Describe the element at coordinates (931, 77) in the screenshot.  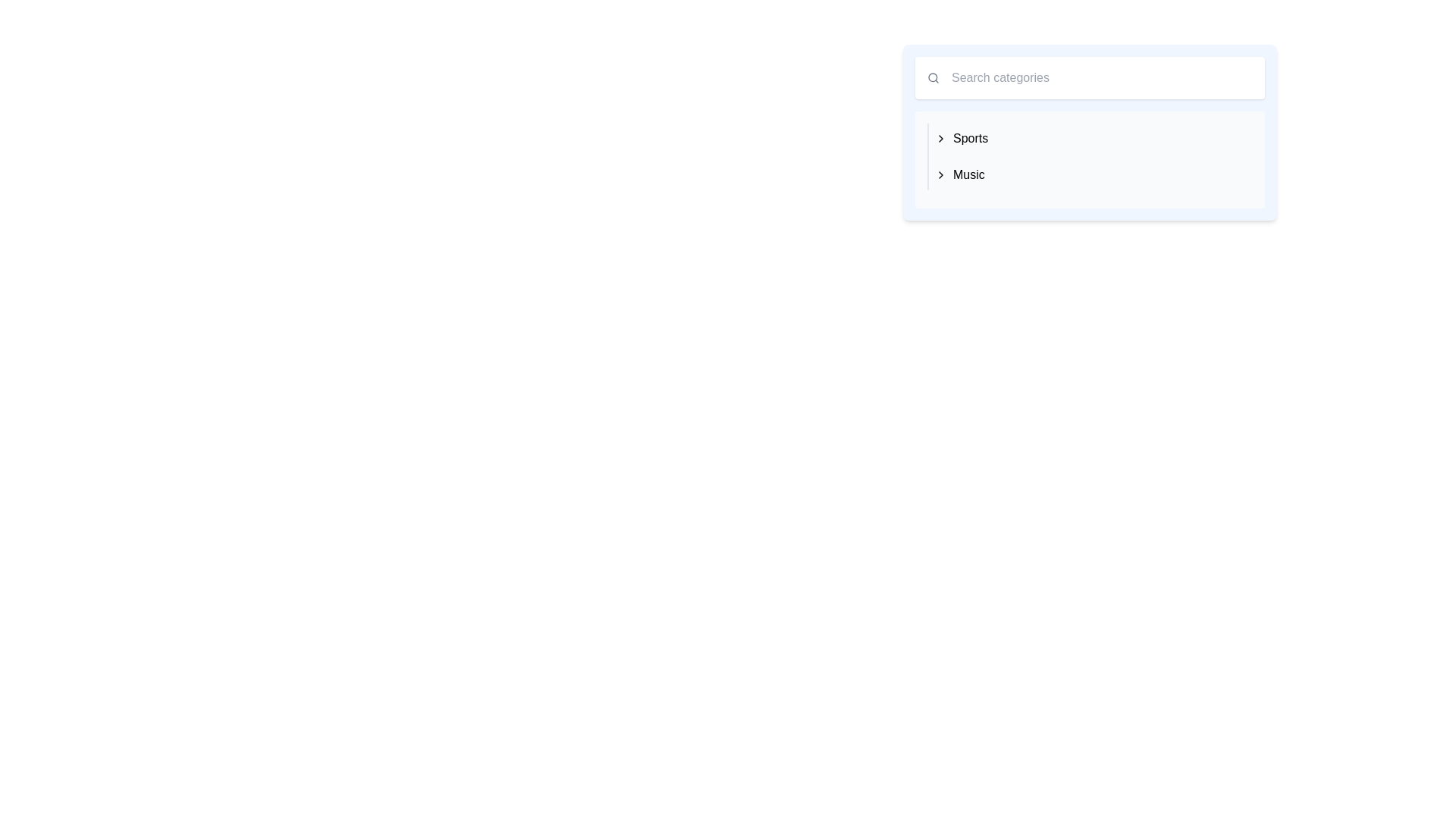
I see `the search icon by clicking the SVG circle that represents the lens part of the magnifying glass, located at the center of the icon` at that location.